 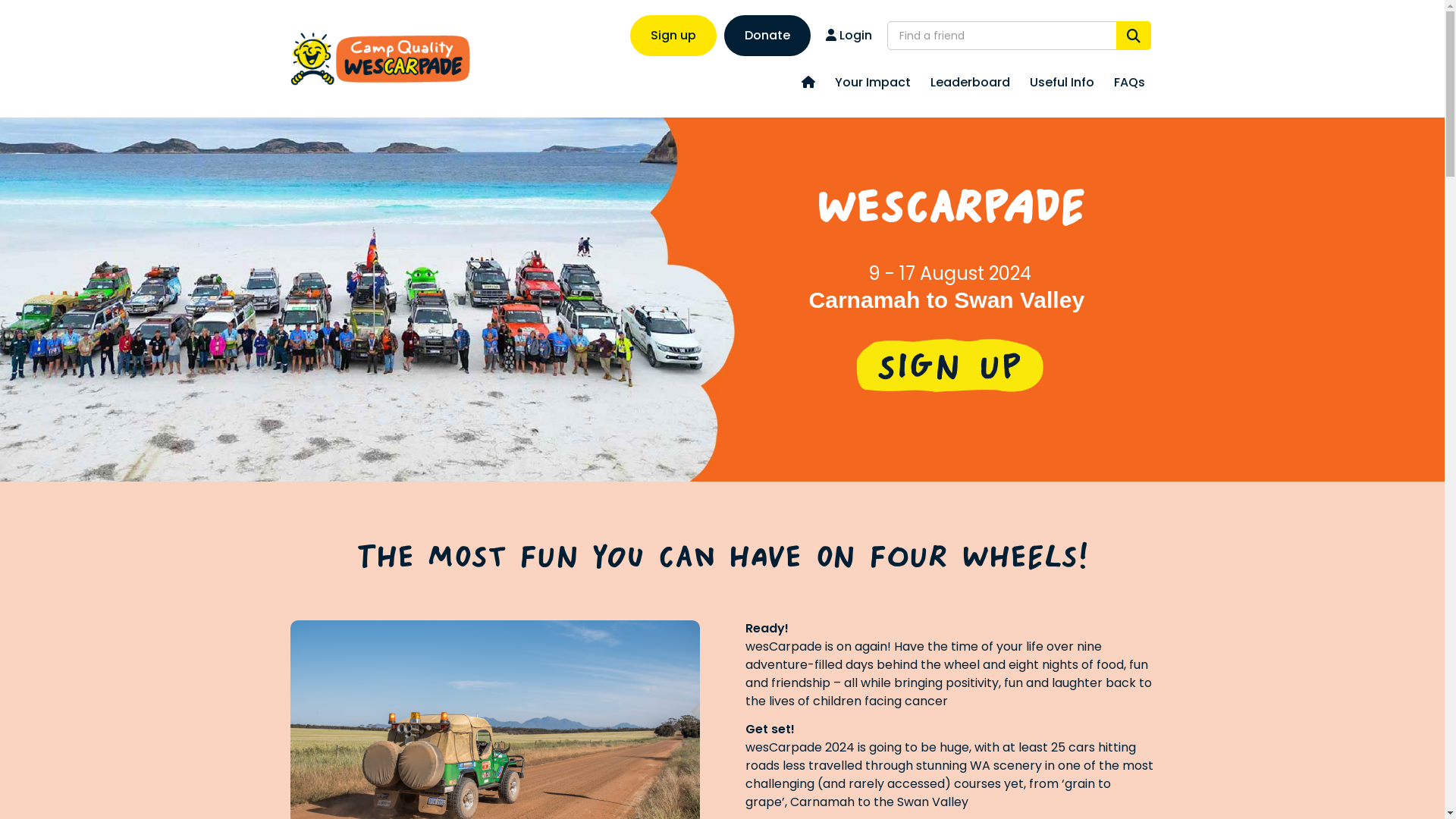 What do you see at coordinates (824, 83) in the screenshot?
I see `'Your Impact'` at bounding box center [824, 83].